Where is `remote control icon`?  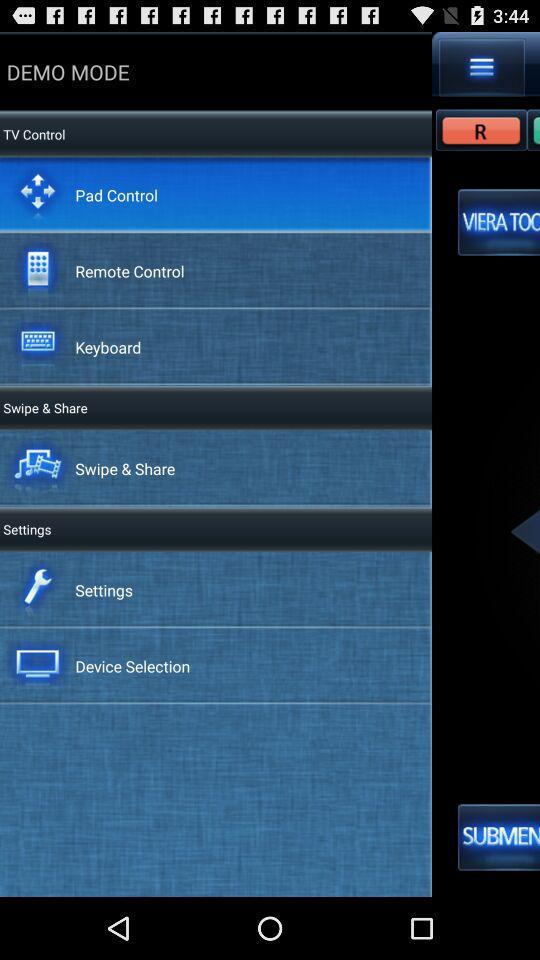
remote control icon is located at coordinates (129, 269).